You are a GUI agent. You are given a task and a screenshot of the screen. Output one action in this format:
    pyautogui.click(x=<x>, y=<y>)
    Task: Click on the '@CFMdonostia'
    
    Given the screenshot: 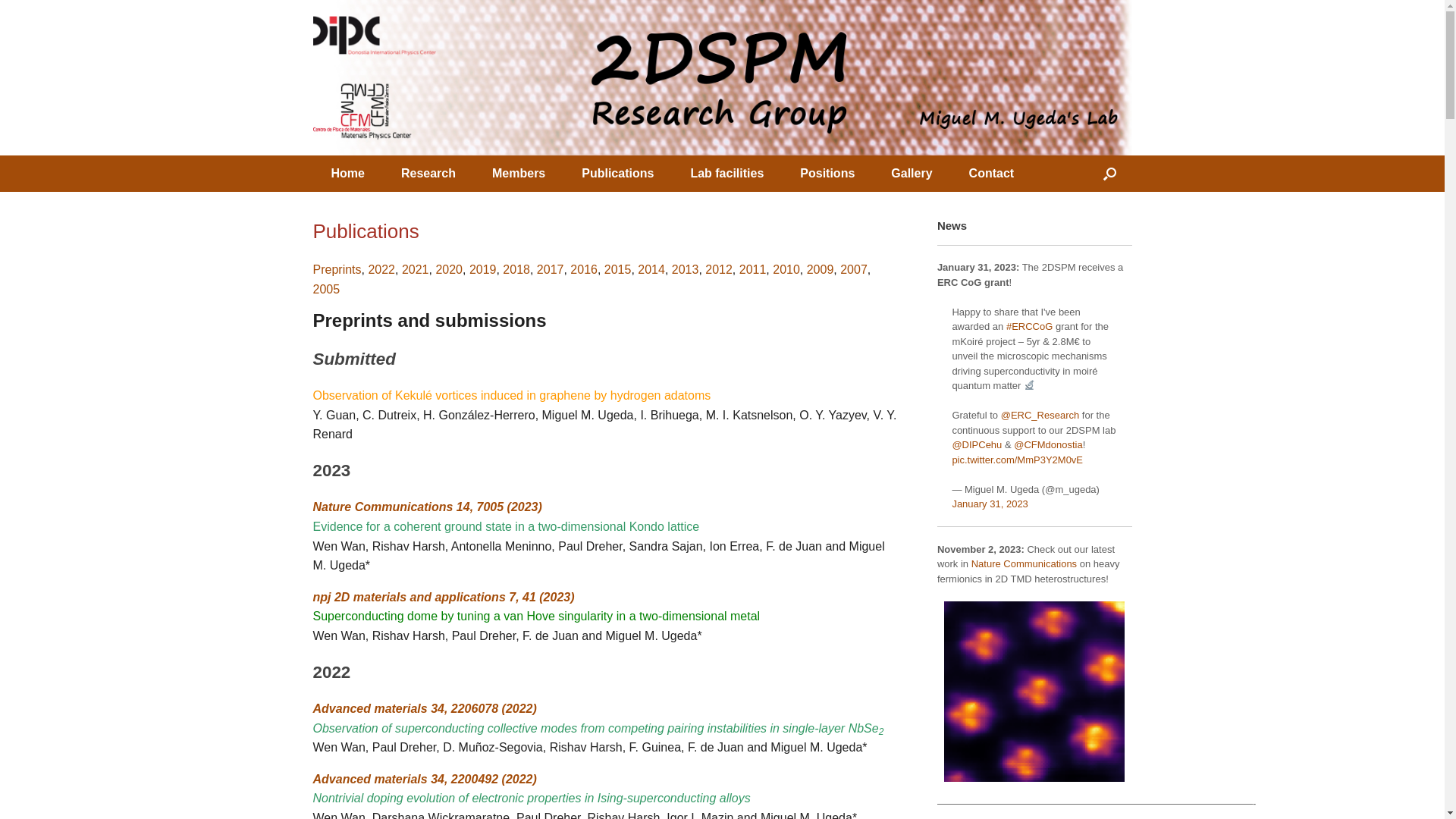 What is the action you would take?
    pyautogui.click(x=1047, y=444)
    